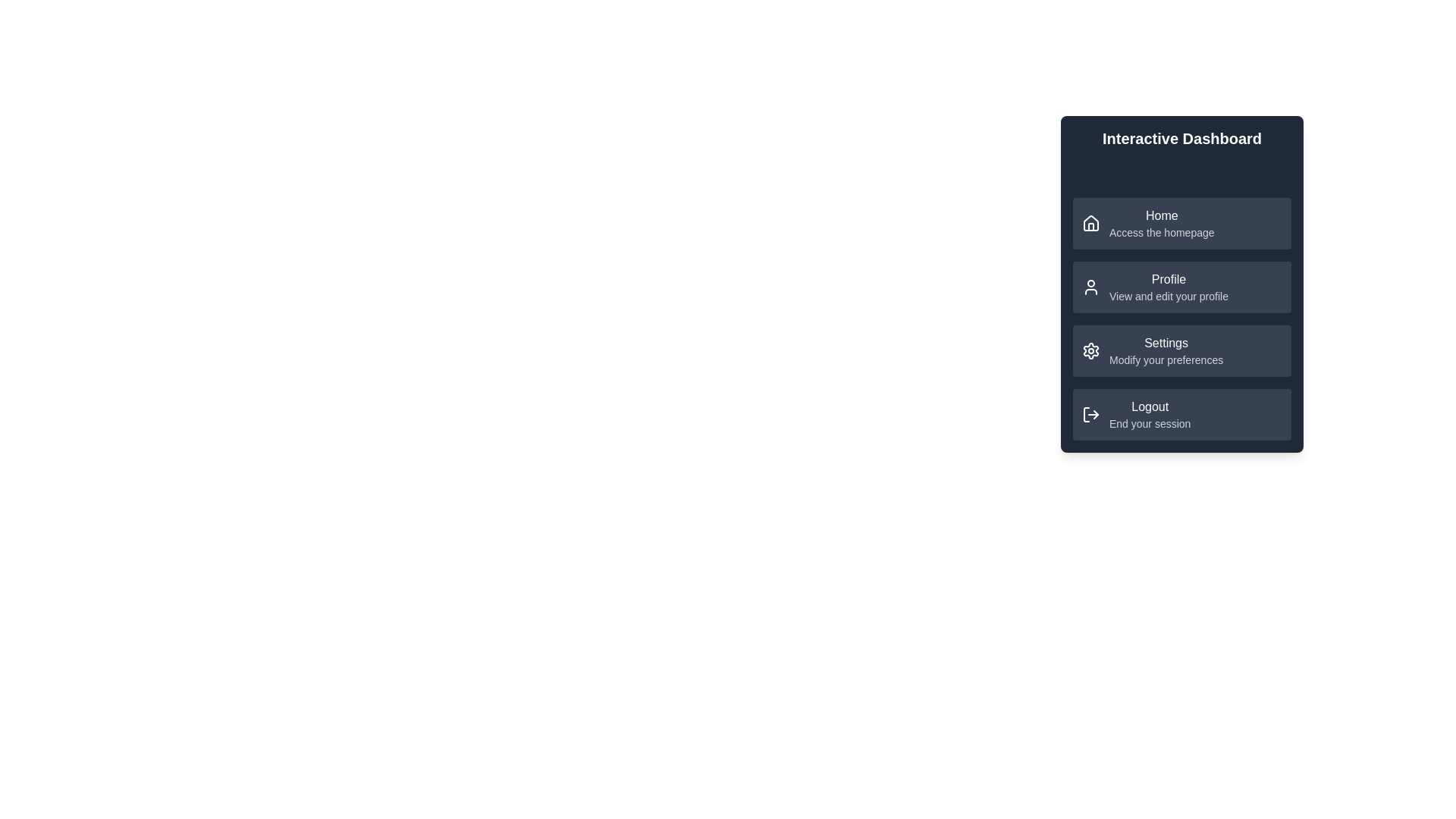  What do you see at coordinates (1181, 350) in the screenshot?
I see `the menu item labeled Settings to navigate to its linked page` at bounding box center [1181, 350].